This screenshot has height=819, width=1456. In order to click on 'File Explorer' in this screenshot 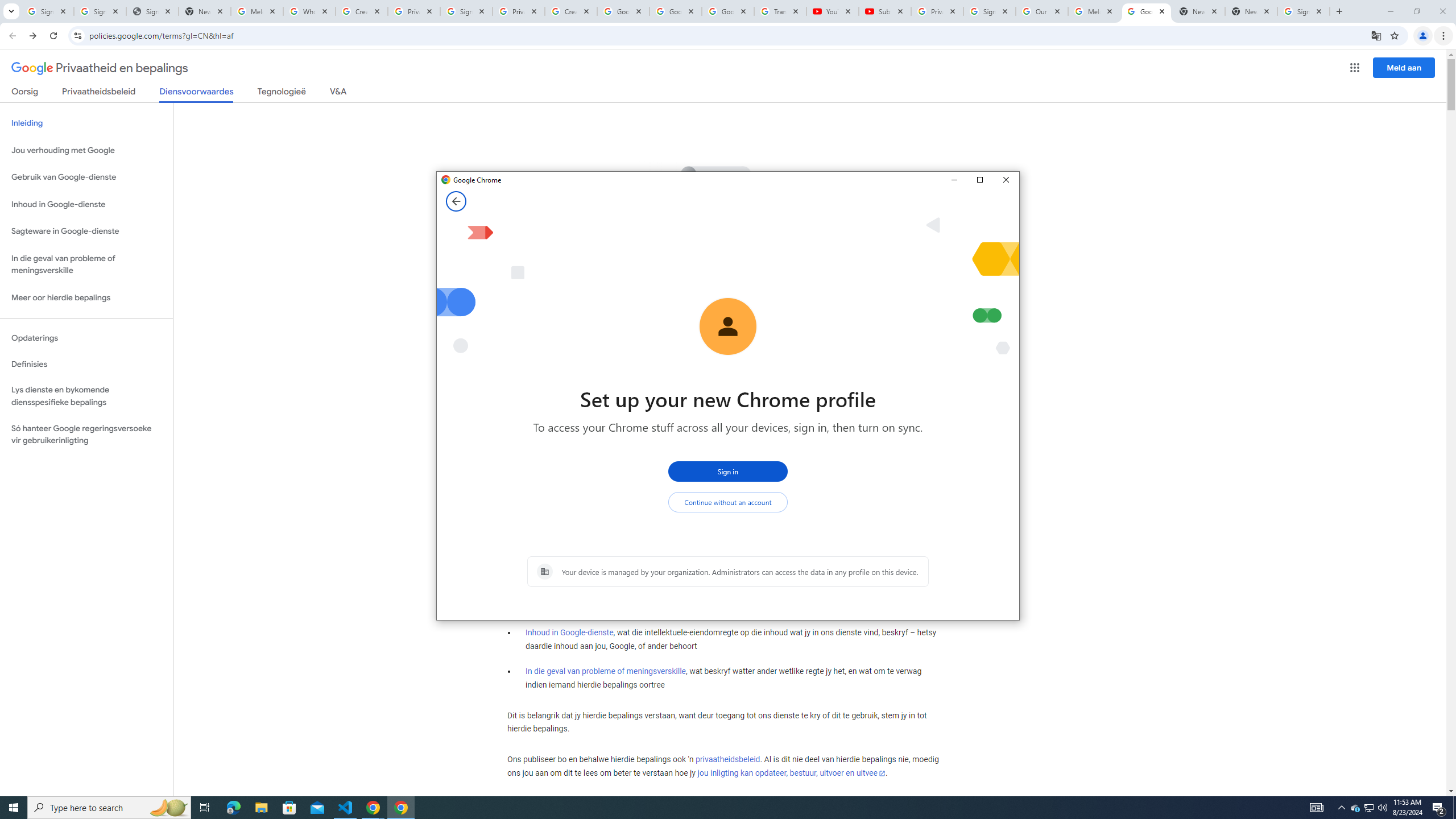, I will do `click(260, 806)`.